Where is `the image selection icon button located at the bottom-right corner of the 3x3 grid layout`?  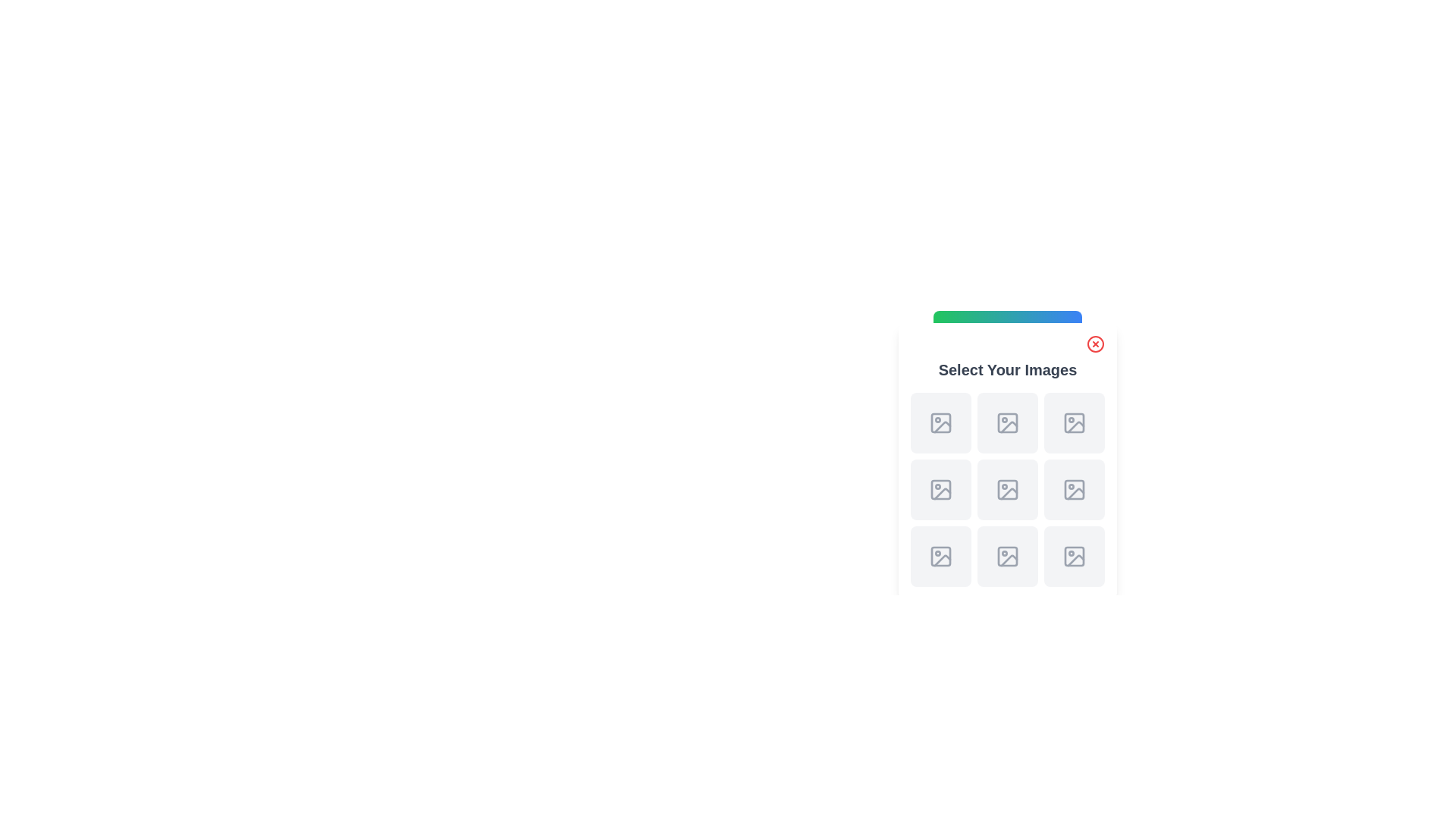 the image selection icon button located at the bottom-right corner of the 3x3 grid layout is located at coordinates (1073, 423).